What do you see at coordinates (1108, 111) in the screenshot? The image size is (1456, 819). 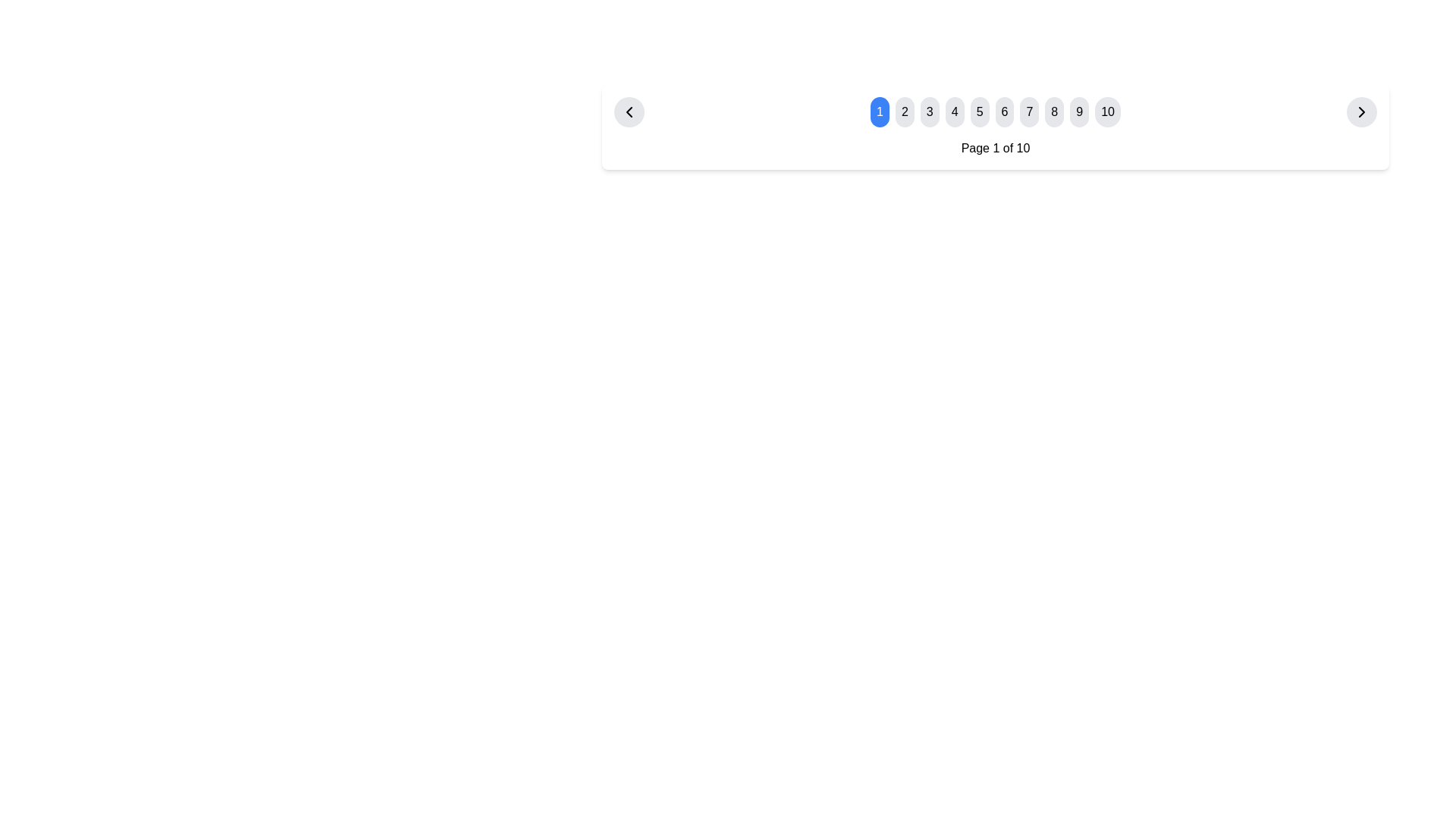 I see `the 10th circular page navigation button` at bounding box center [1108, 111].